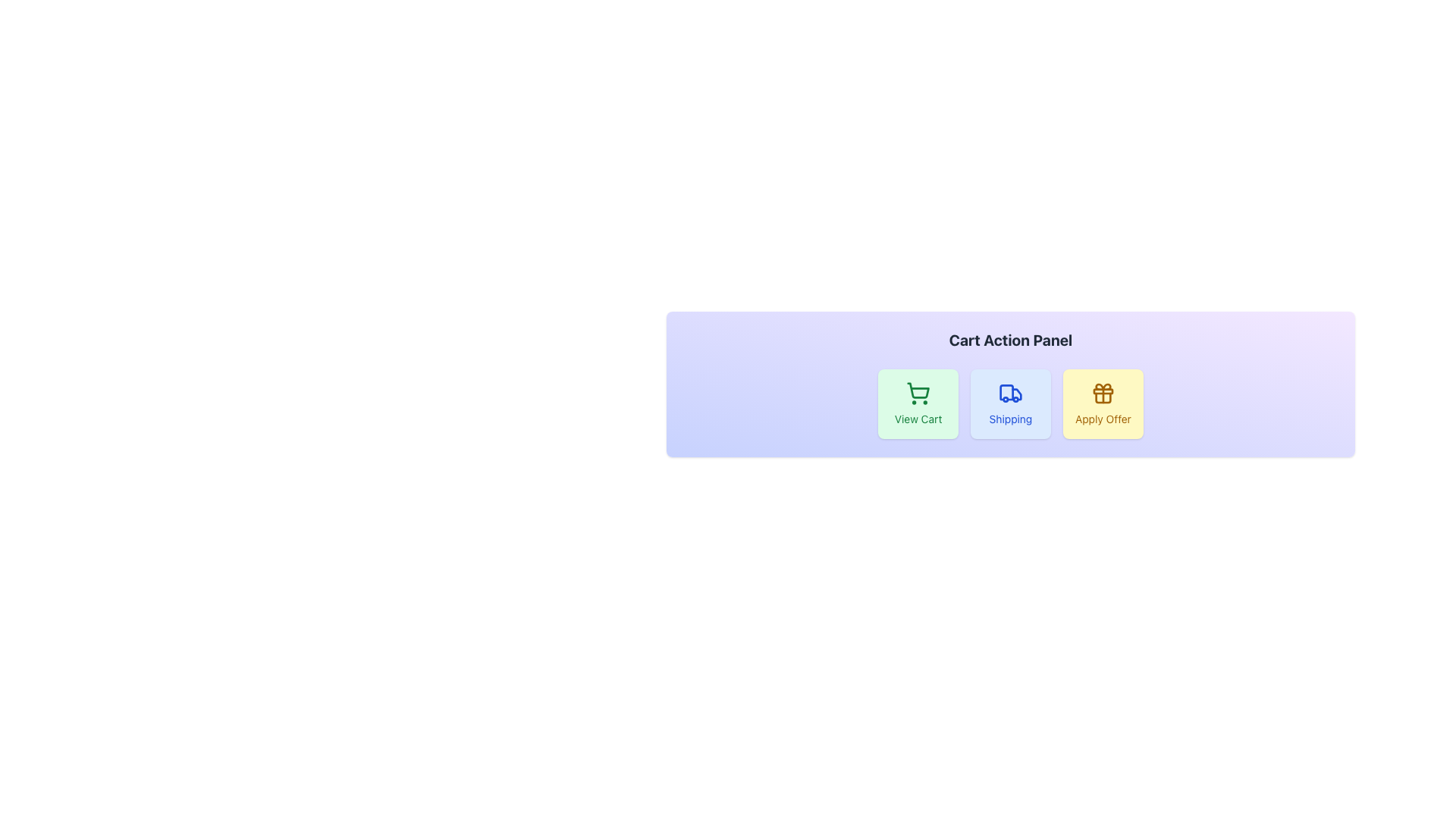 The image size is (1456, 819). I want to click on the first button from the left in the group of buttons, which navigates to the shopping cart page, so click(918, 403).